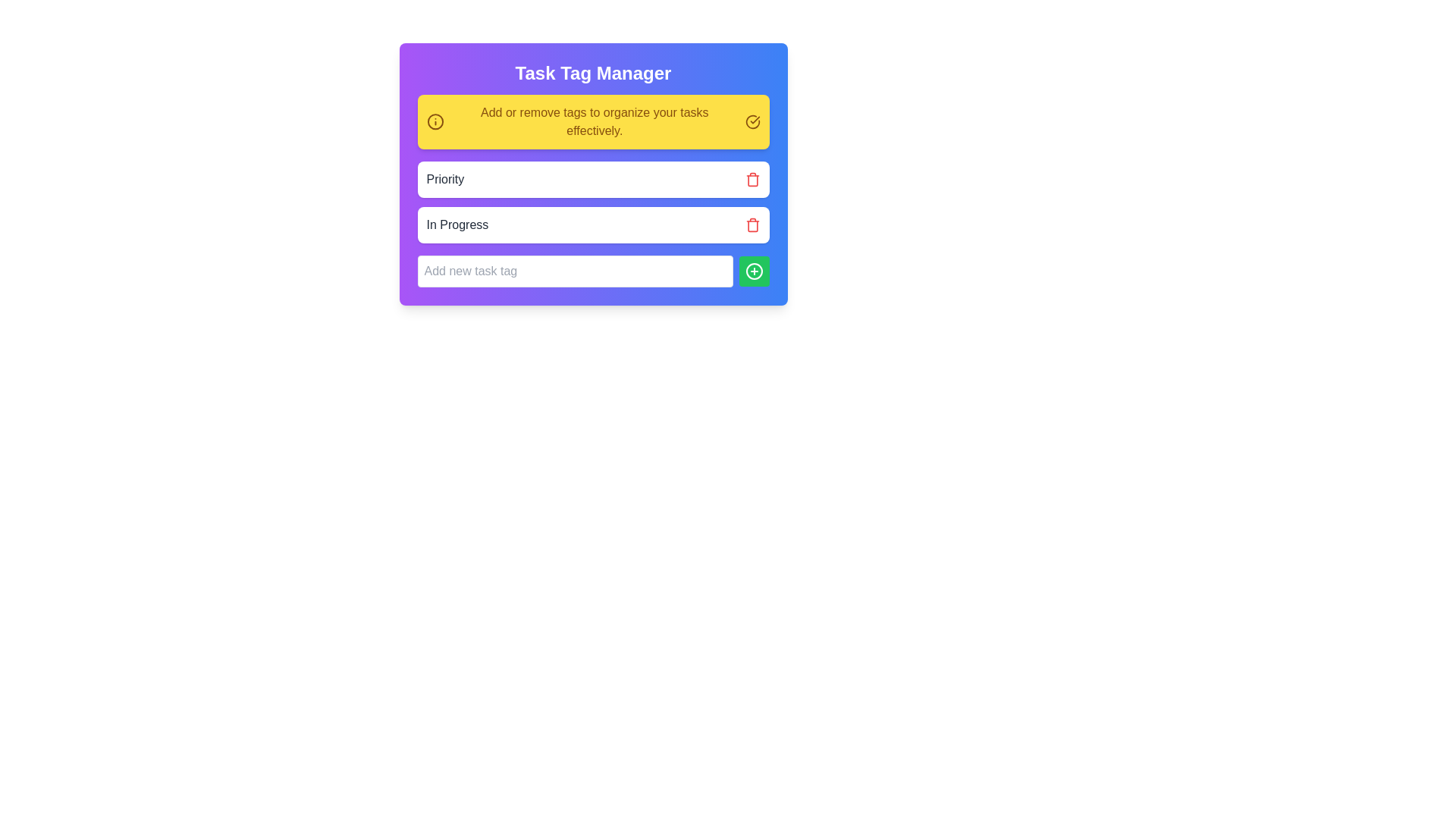 The width and height of the screenshot is (1456, 819). I want to click on the informational icon located in the upper-left corner of the notification card with a yellow background, next to the text 'Add or remove tags to organize your tasks effectively.', so click(435, 121).